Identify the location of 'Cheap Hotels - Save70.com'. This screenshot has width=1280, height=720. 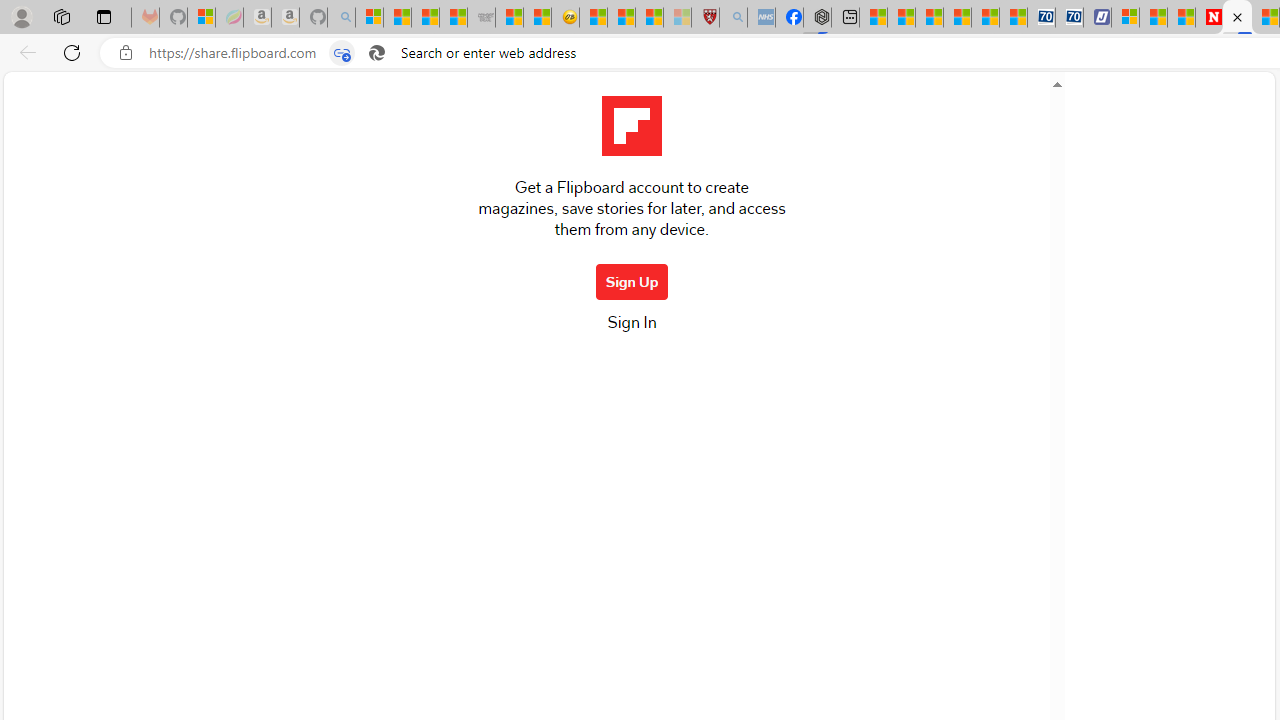
(1068, 17).